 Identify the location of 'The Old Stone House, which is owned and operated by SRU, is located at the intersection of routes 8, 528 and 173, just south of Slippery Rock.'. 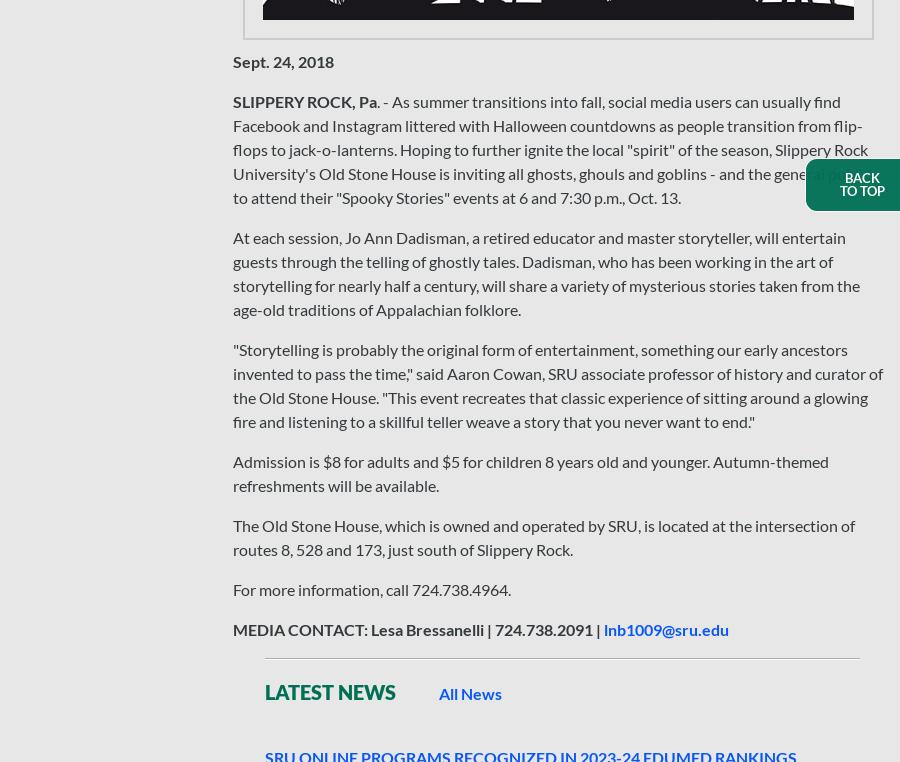
(542, 536).